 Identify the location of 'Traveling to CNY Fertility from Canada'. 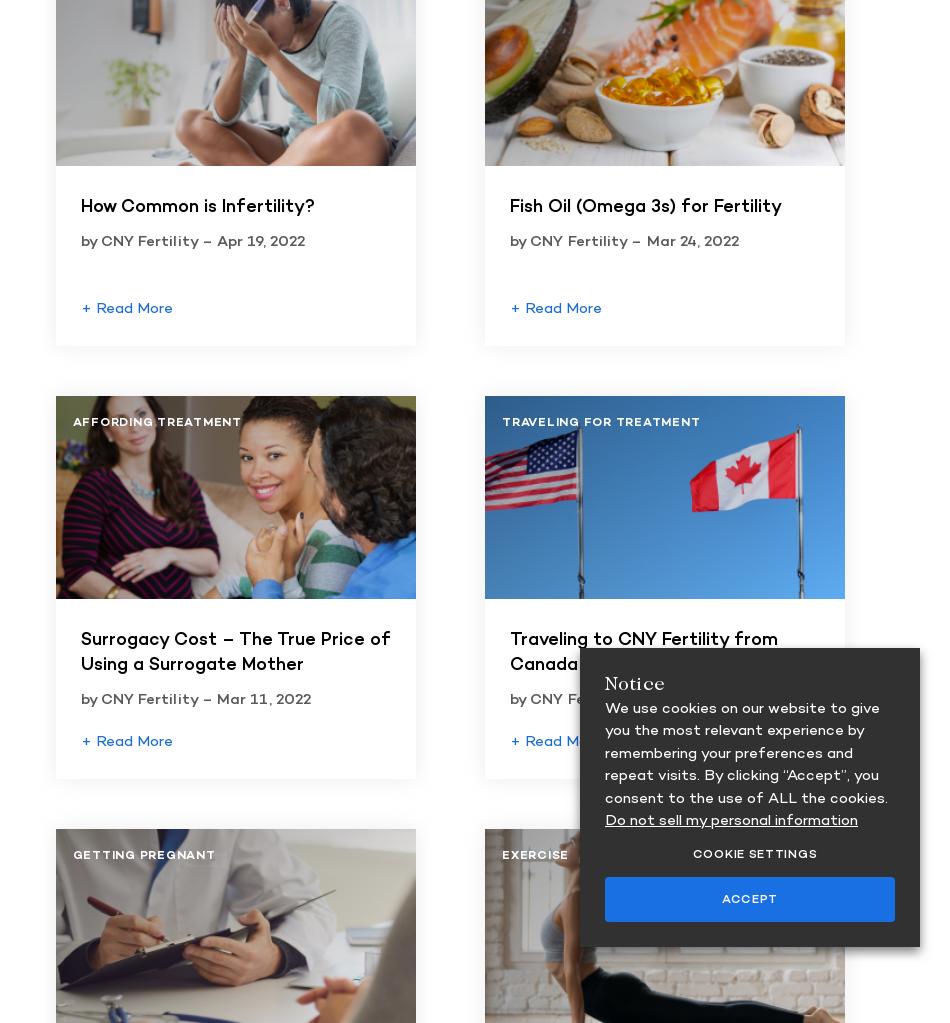
(509, 652).